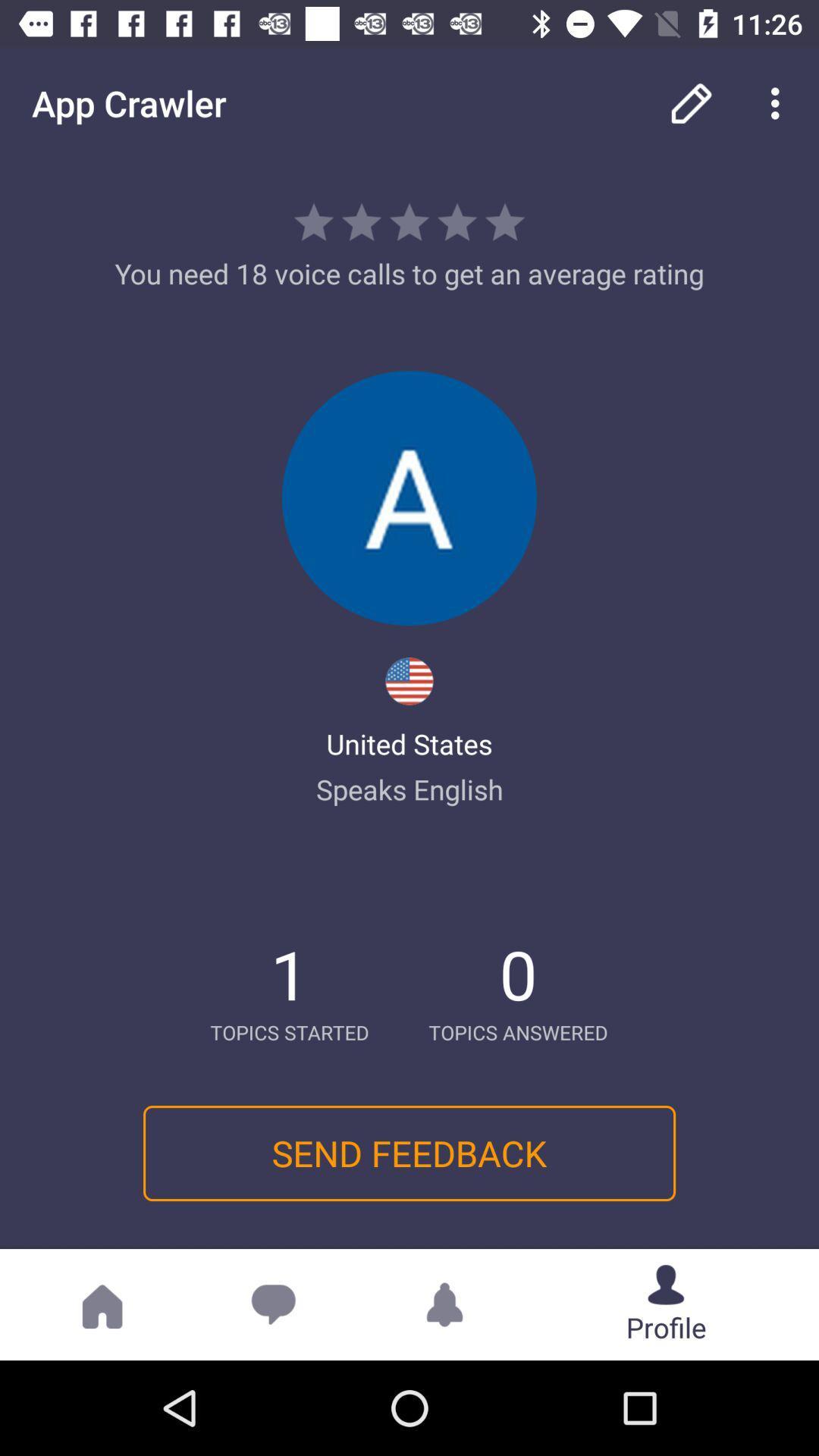 The width and height of the screenshot is (819, 1456). Describe the element at coordinates (779, 102) in the screenshot. I see `the icon above you need 18 icon` at that location.